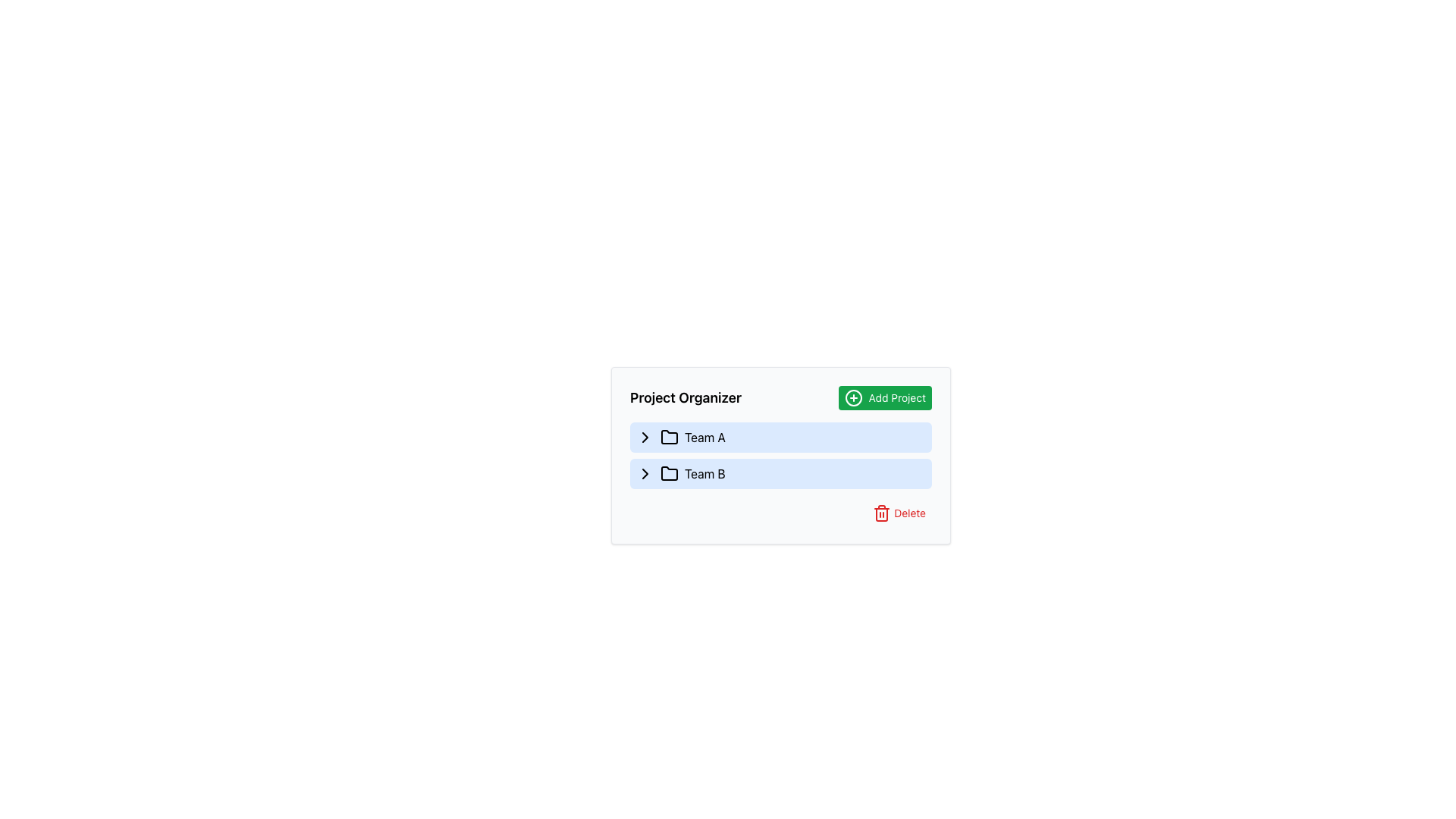  I want to click on the second folder icon in the 'Project Organizer' list, so click(669, 472).